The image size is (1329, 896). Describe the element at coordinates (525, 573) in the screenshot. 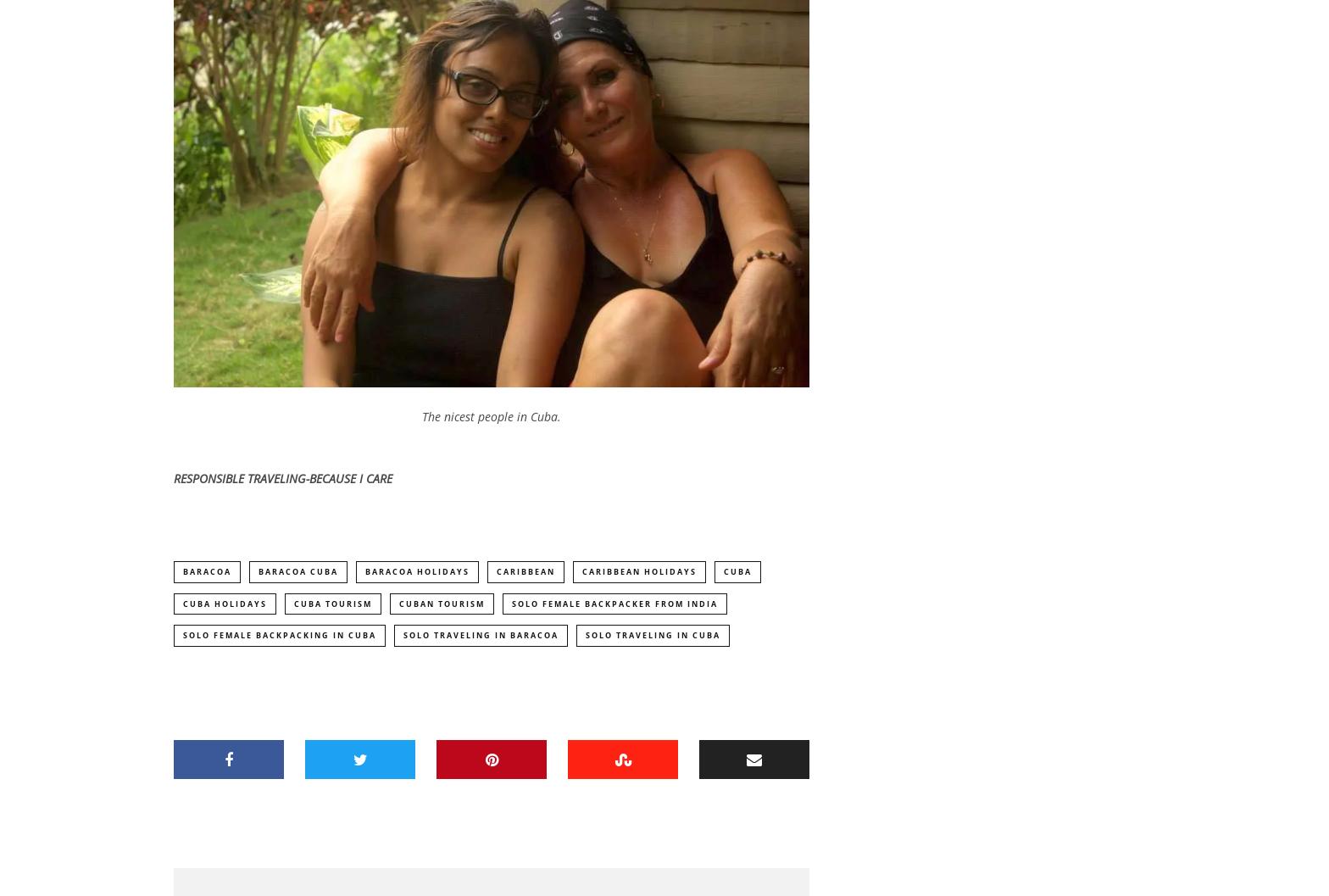

I see `'Caribbean'` at that location.